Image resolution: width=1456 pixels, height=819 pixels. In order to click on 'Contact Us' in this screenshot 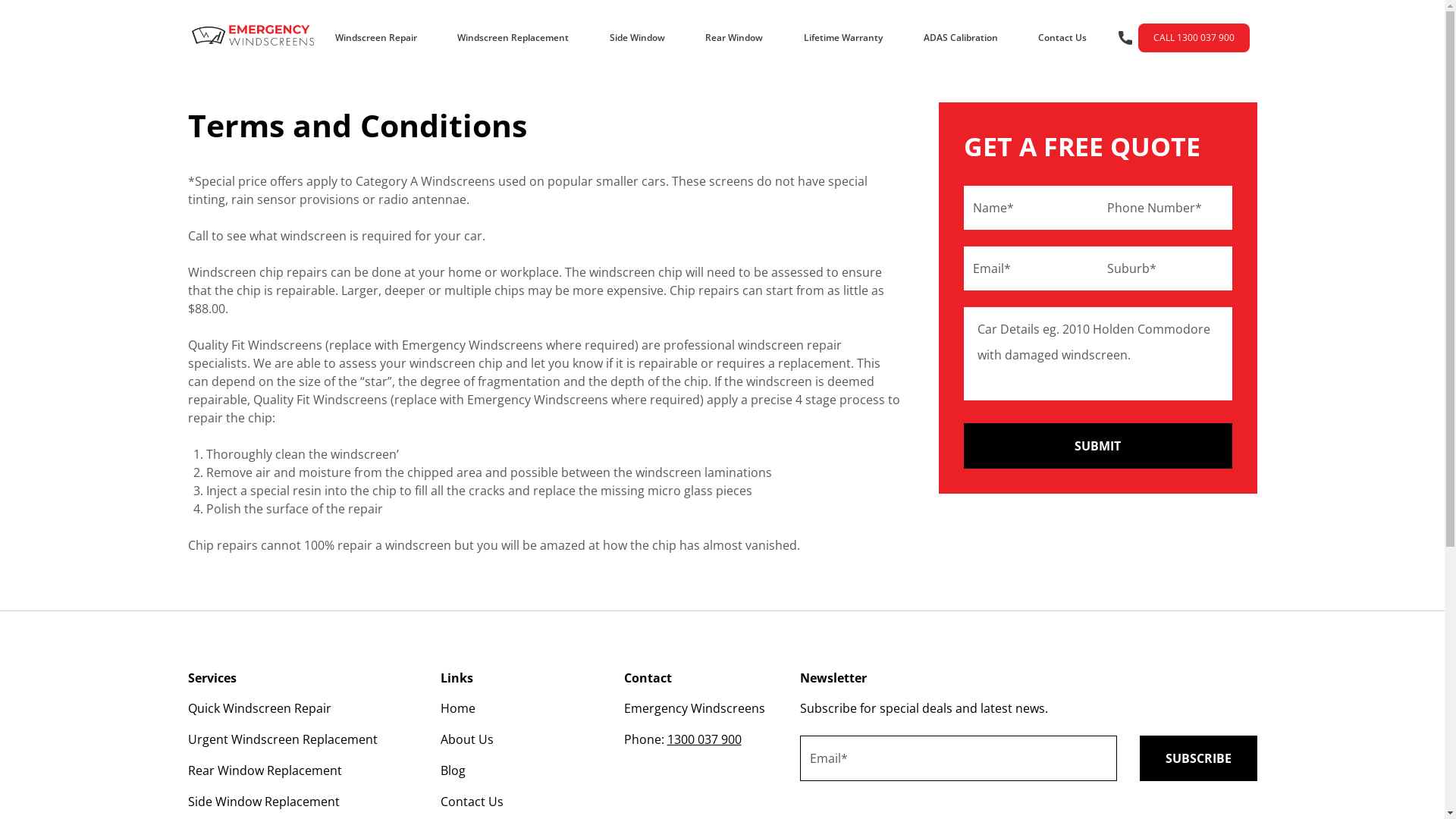, I will do `click(1062, 37)`.